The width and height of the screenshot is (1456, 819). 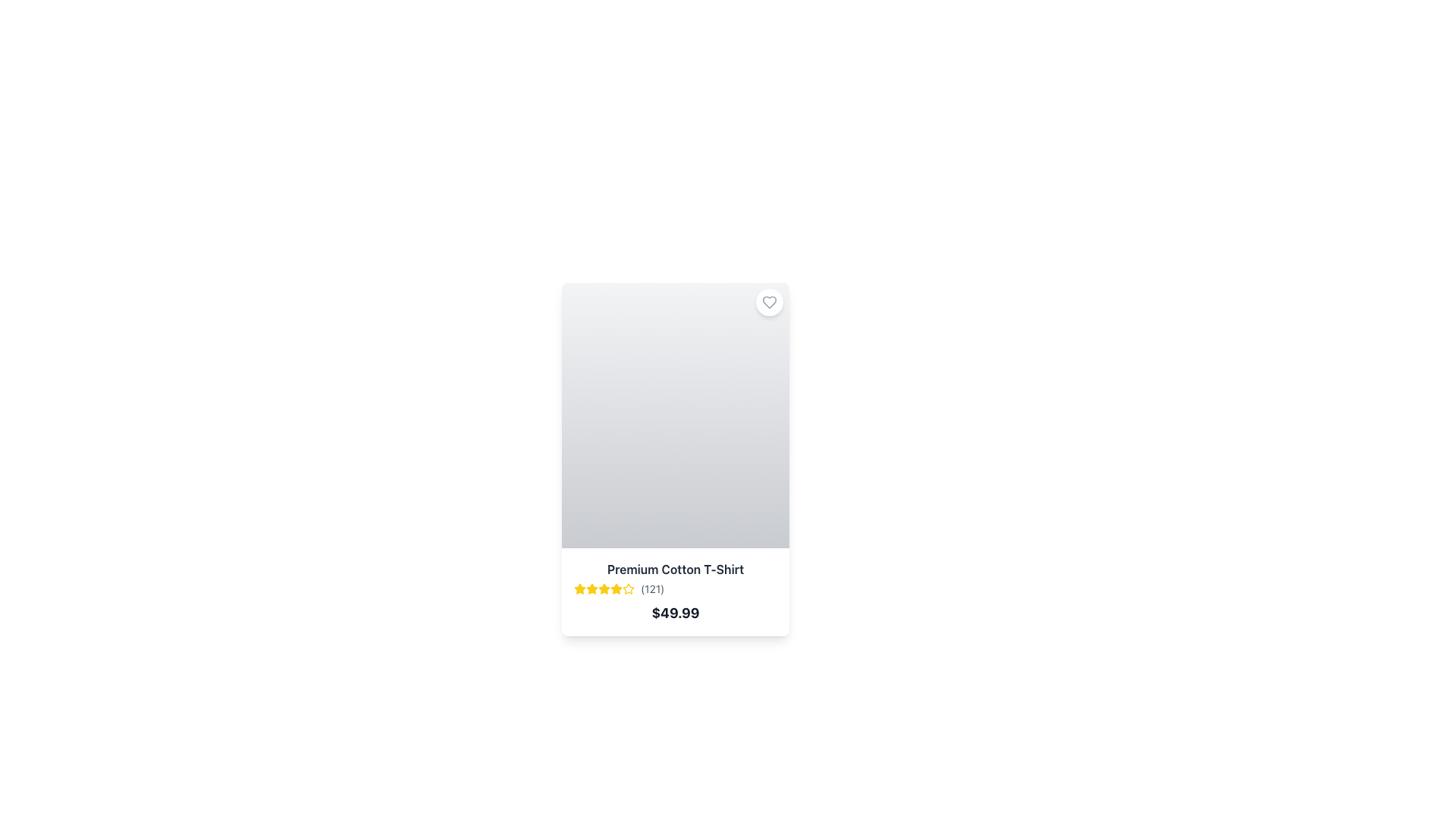 I want to click on the fourth star icon in the rating system to interact with it, so click(x=603, y=588).